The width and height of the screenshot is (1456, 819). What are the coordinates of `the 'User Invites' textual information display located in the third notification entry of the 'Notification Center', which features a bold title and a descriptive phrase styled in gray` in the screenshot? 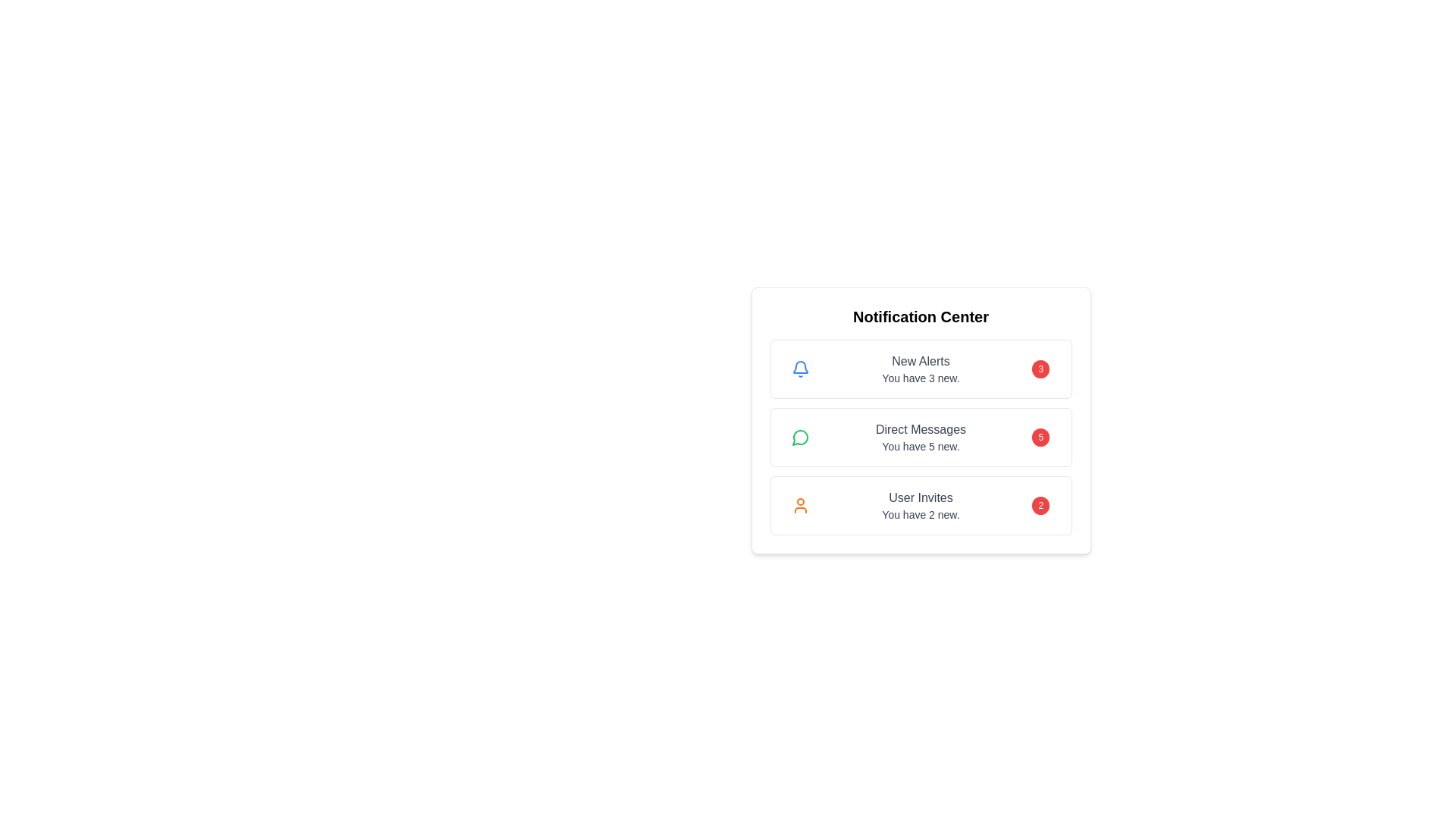 It's located at (920, 506).